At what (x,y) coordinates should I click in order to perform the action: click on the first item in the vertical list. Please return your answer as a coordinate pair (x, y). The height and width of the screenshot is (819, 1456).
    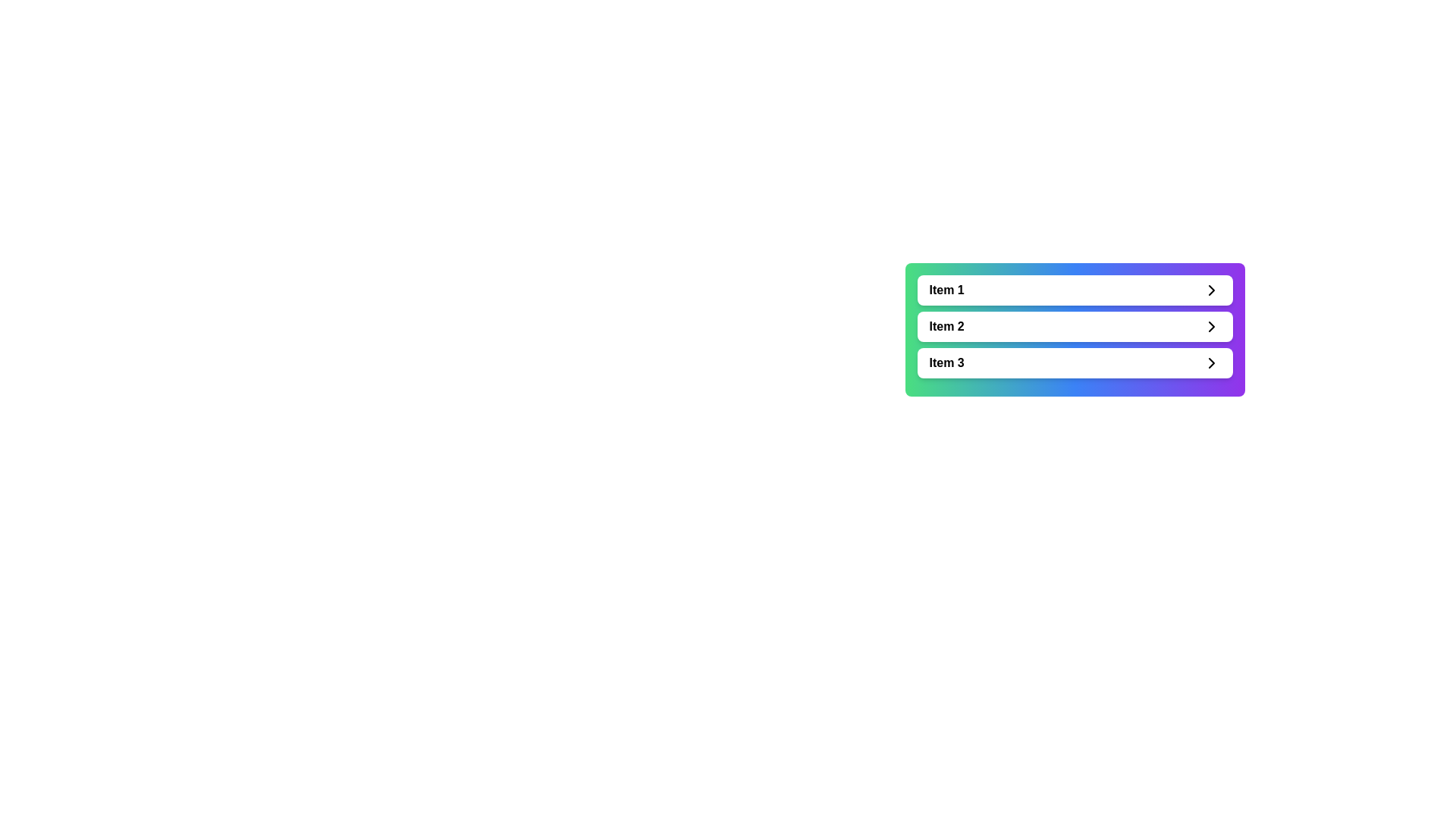
    Looking at the image, I should click on (1074, 290).